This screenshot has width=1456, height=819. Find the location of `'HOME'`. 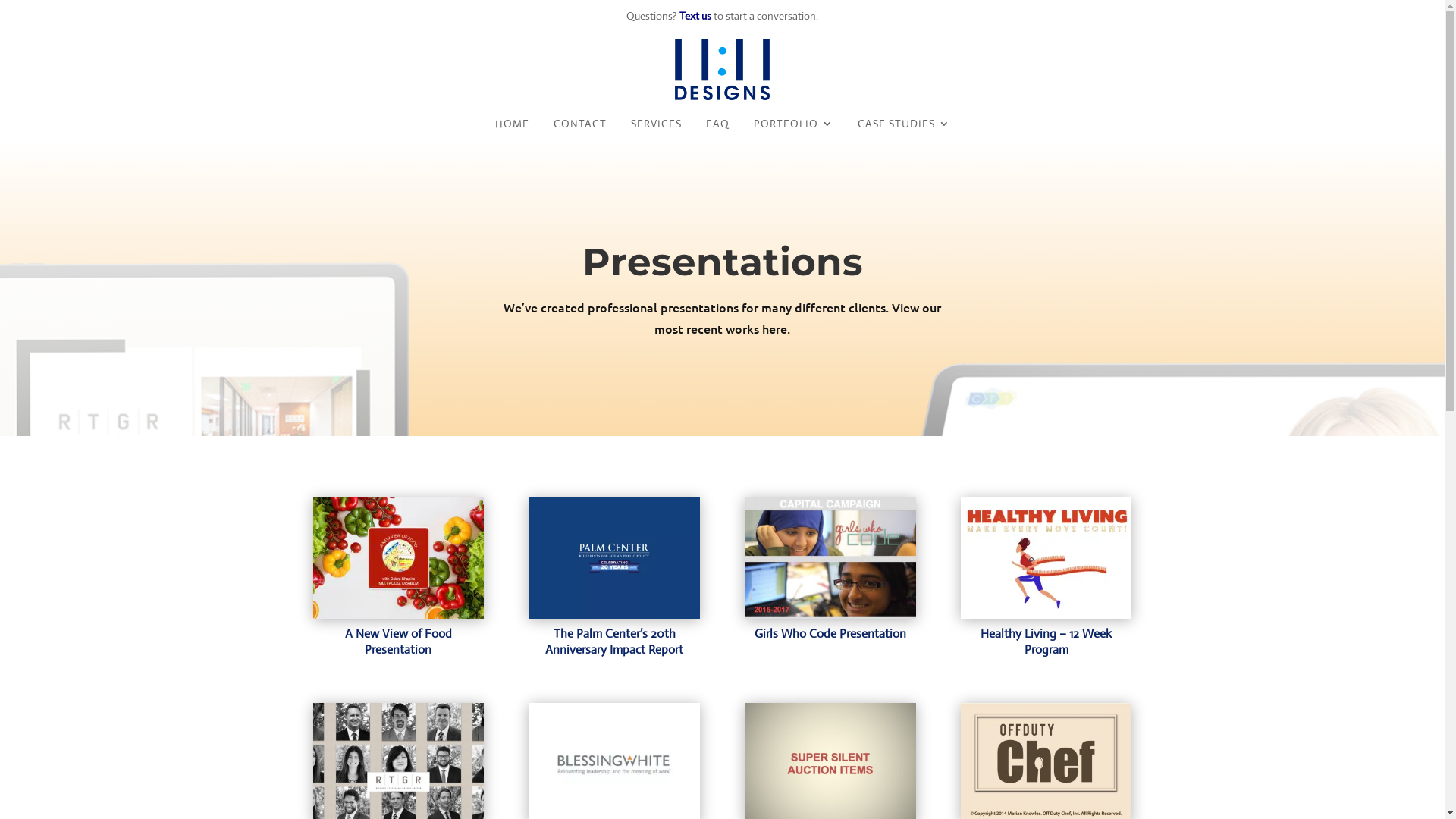

'HOME' is located at coordinates (511, 126).